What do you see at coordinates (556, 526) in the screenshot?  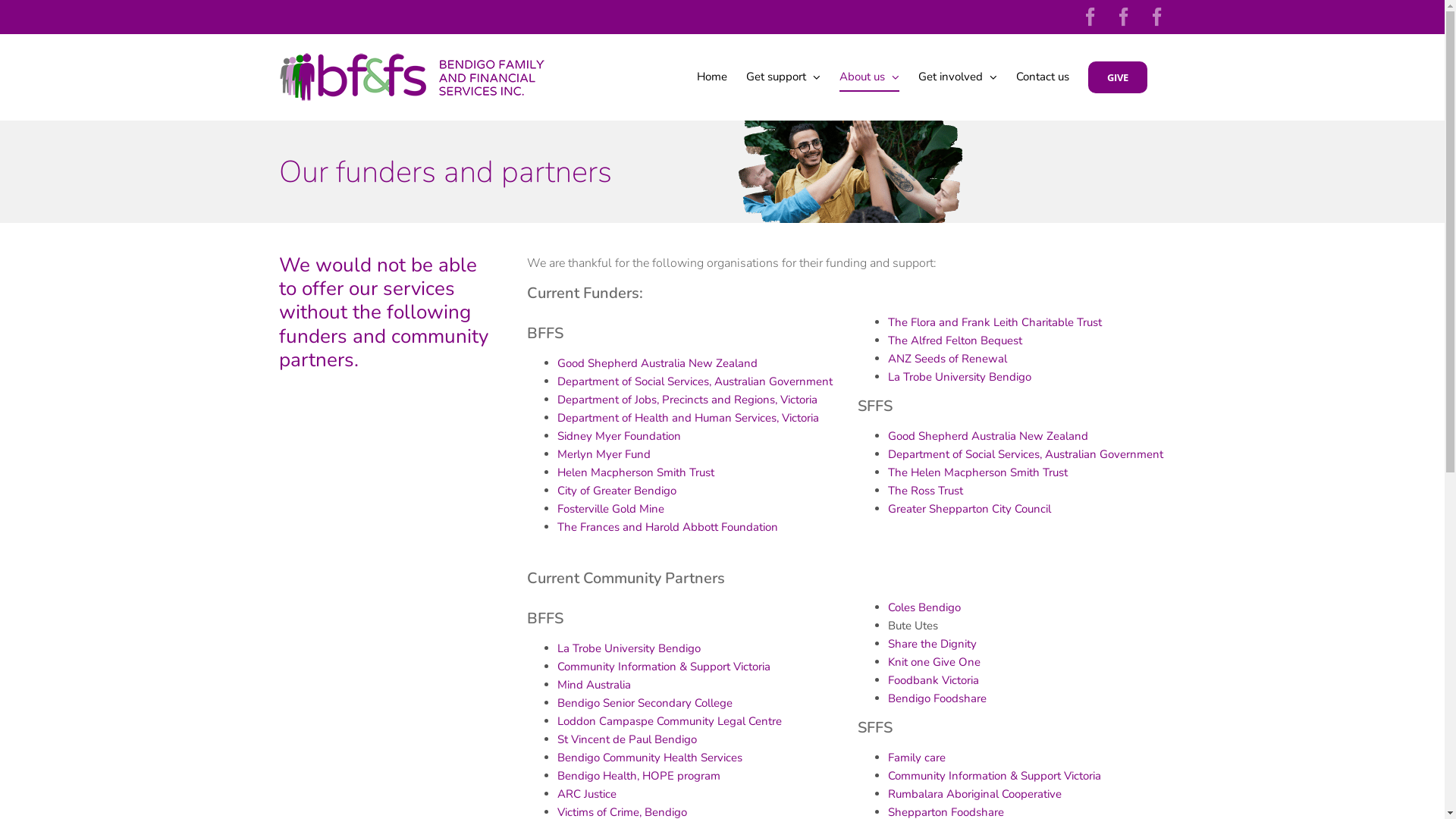 I see `'The Frances and Harold Abbott Foundation'` at bounding box center [556, 526].